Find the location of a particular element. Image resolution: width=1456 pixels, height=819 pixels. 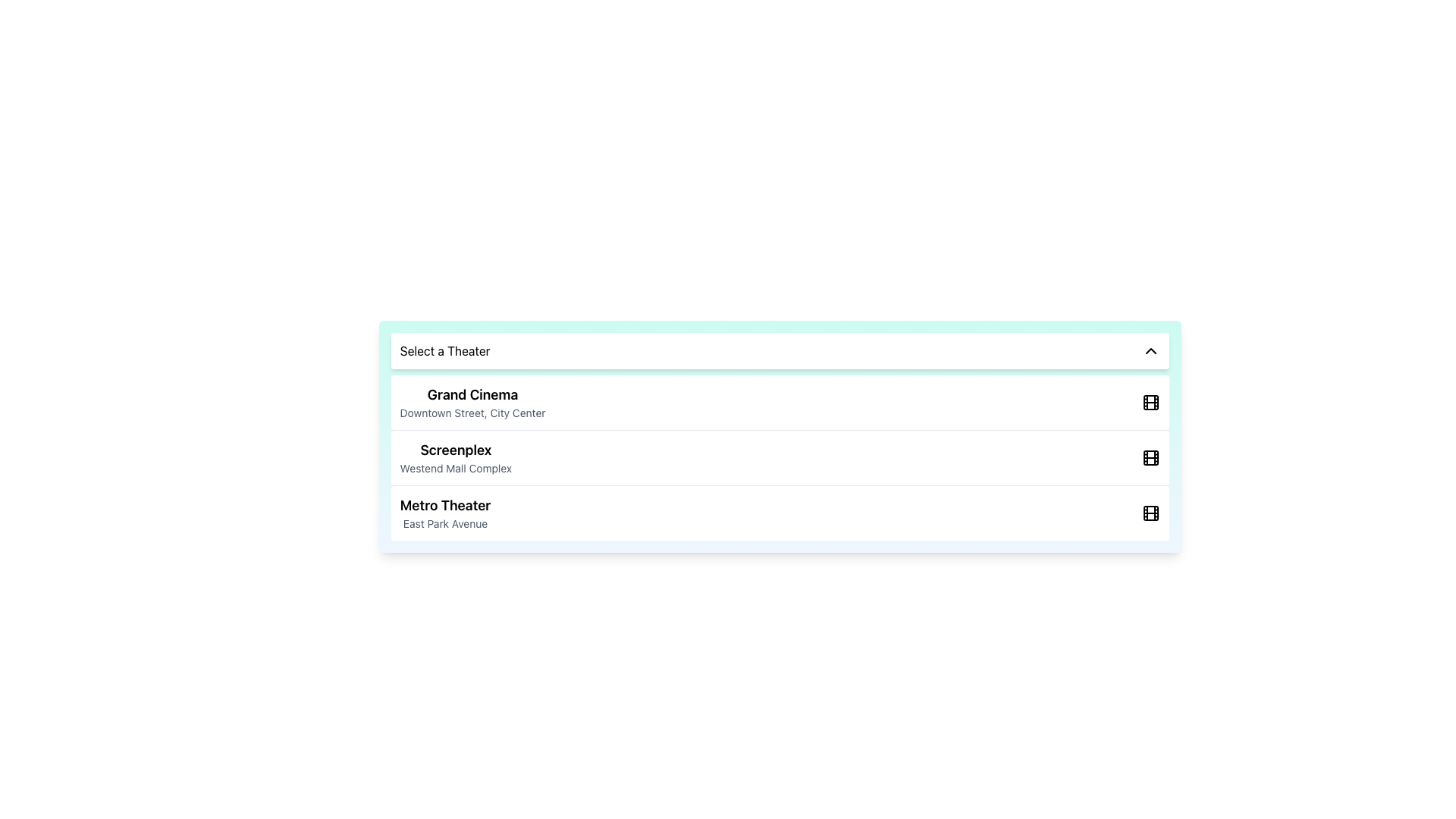

the decorative filmstrip icon located to the right of the 'Metro Theater' in the dropdown list is located at coordinates (1151, 513).